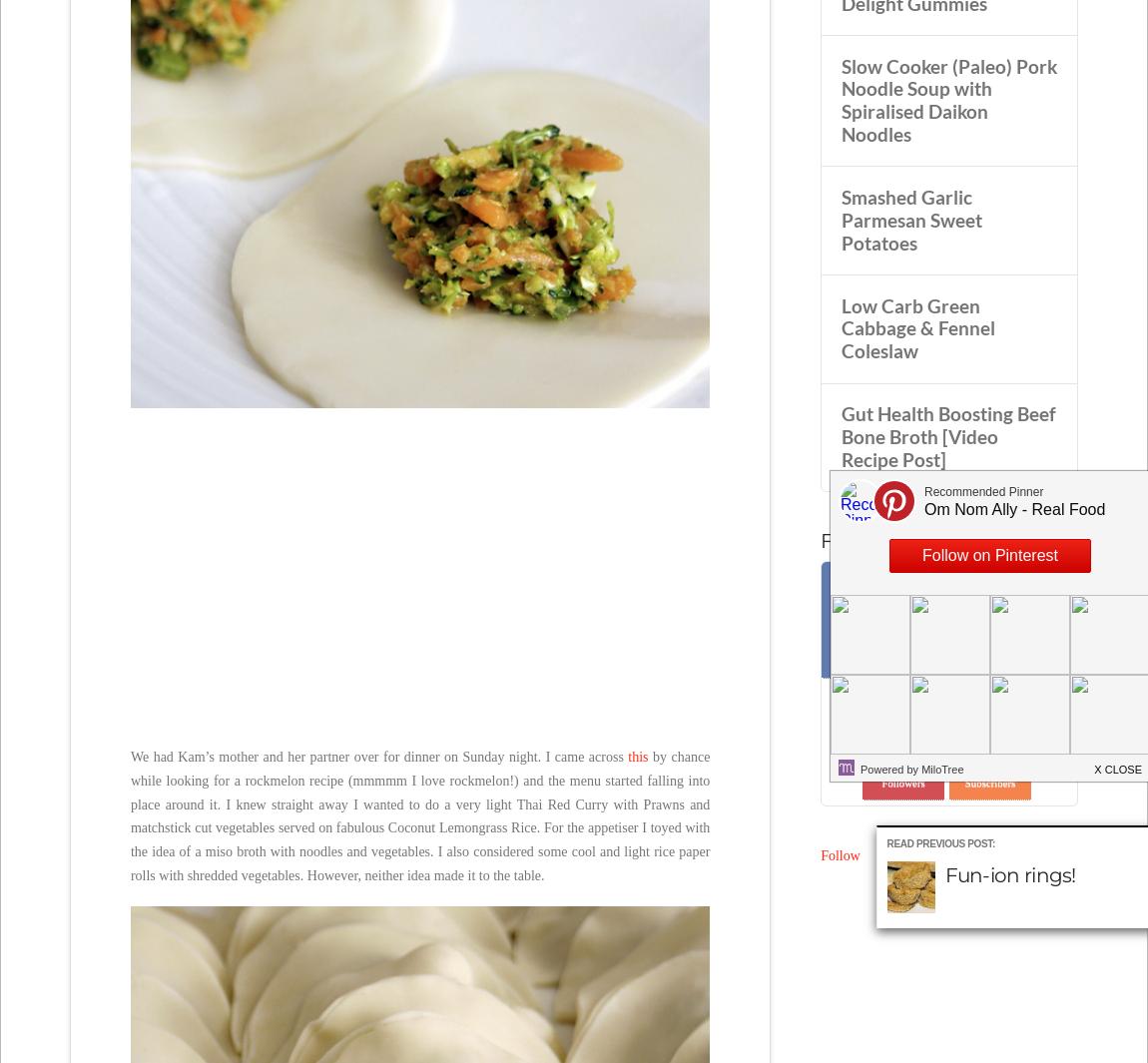 Image resolution: width=1148 pixels, height=1063 pixels. Describe the element at coordinates (861, 633) in the screenshot. I see `'5,204'` at that location.